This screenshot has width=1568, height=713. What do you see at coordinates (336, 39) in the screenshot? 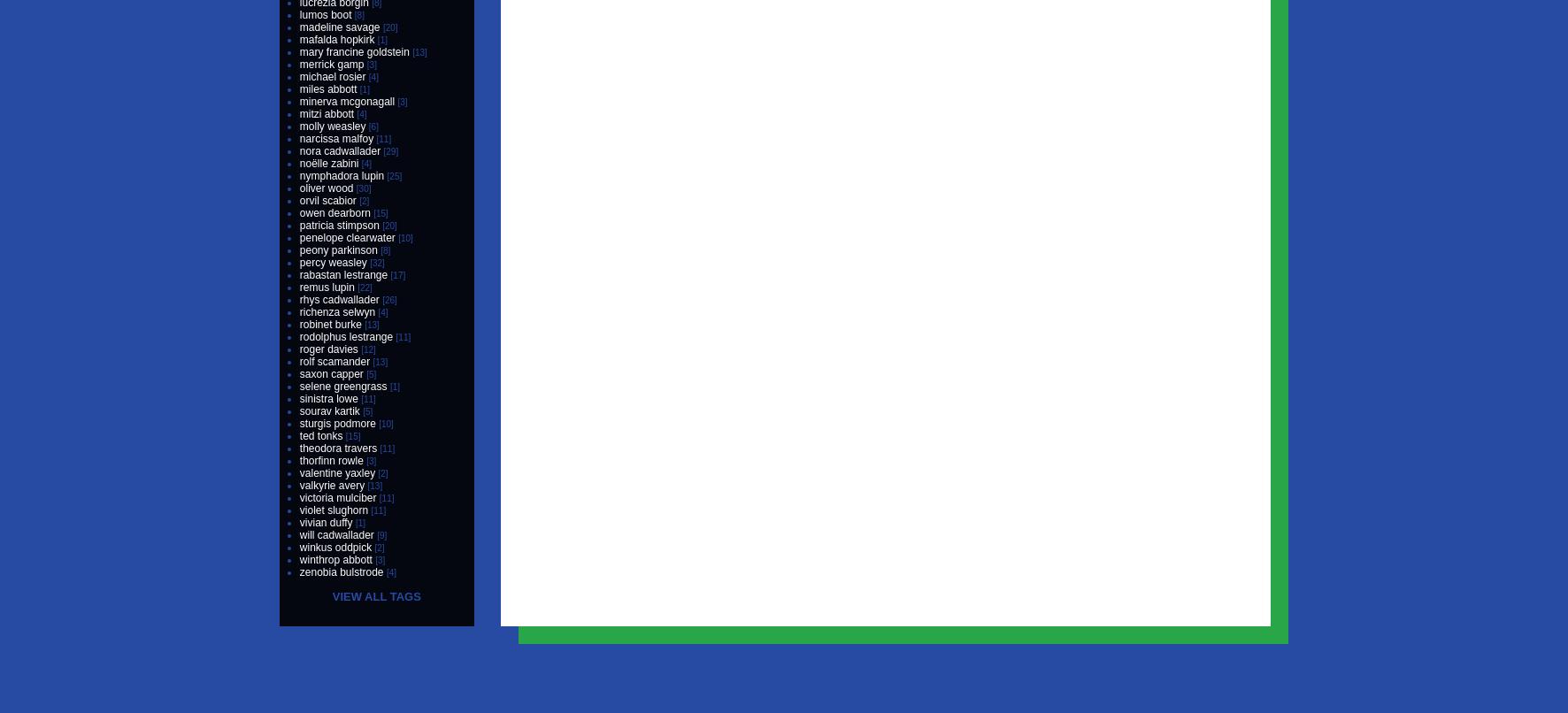
I see `'mafalda hopkirk'` at bounding box center [336, 39].